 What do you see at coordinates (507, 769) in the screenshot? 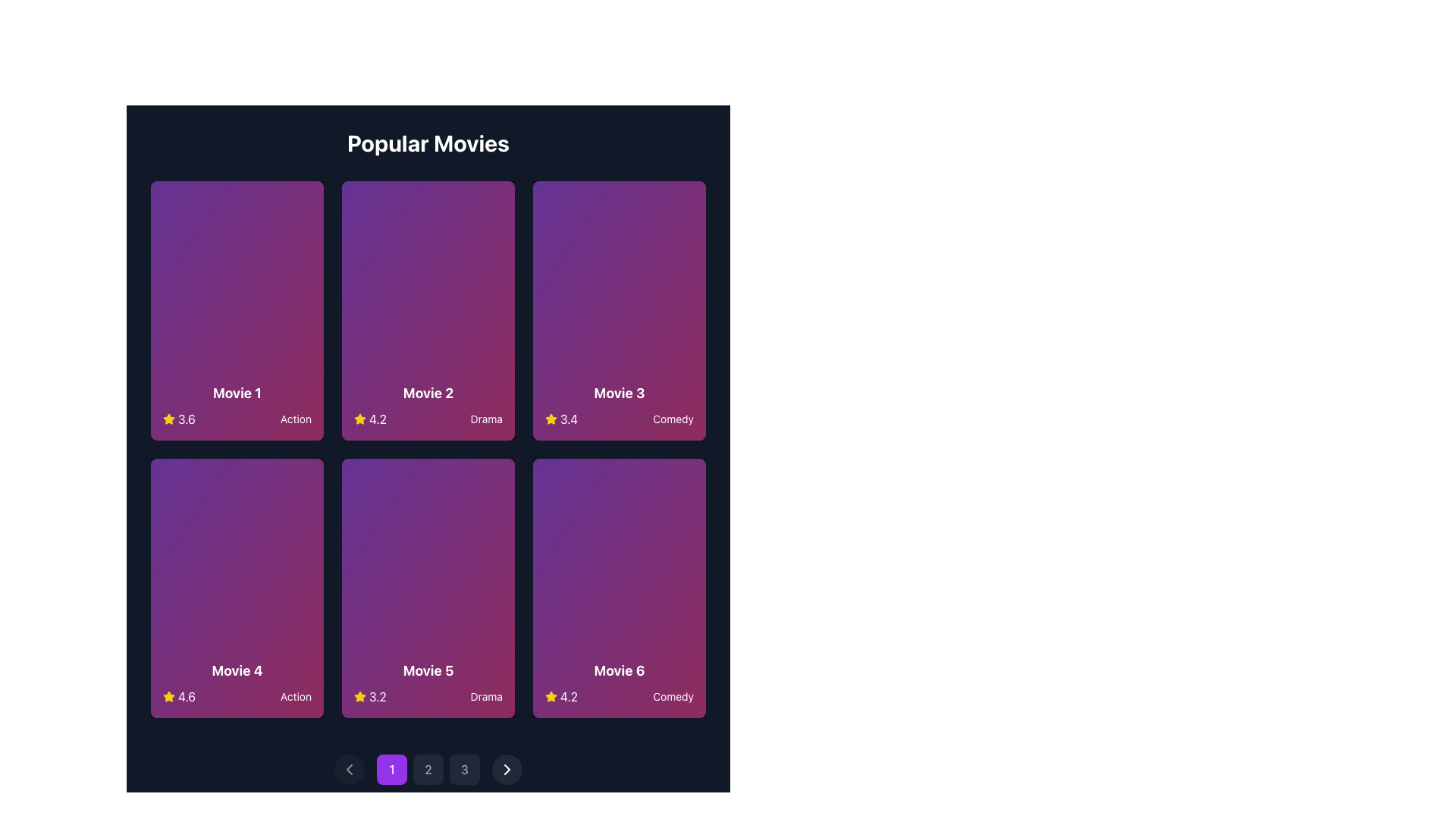
I see `the circular 'Next' button with a dark gray background and a right-facing chevron icon` at bounding box center [507, 769].